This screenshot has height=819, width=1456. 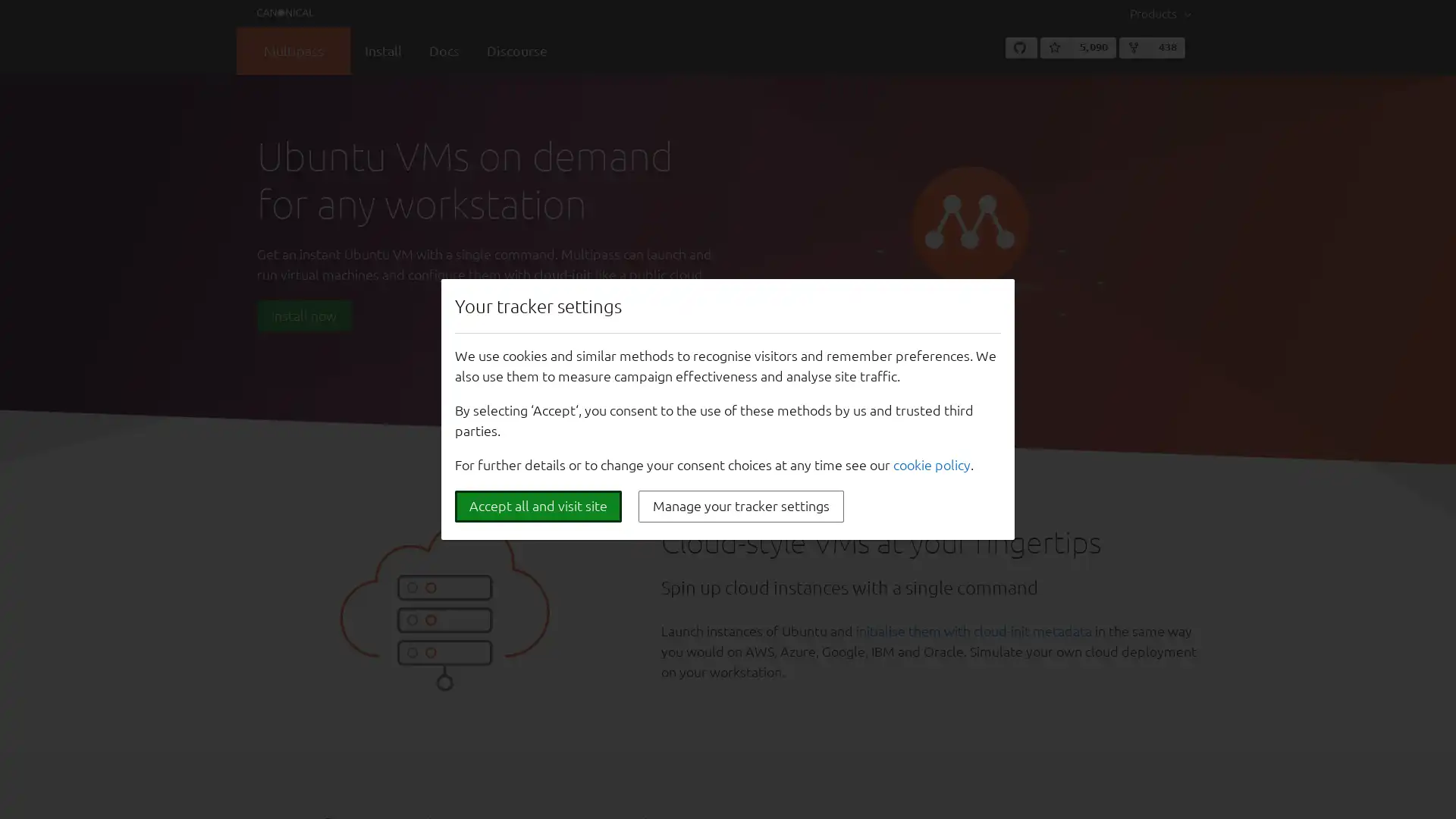 What do you see at coordinates (538, 506) in the screenshot?
I see `Accept all and visit site` at bounding box center [538, 506].